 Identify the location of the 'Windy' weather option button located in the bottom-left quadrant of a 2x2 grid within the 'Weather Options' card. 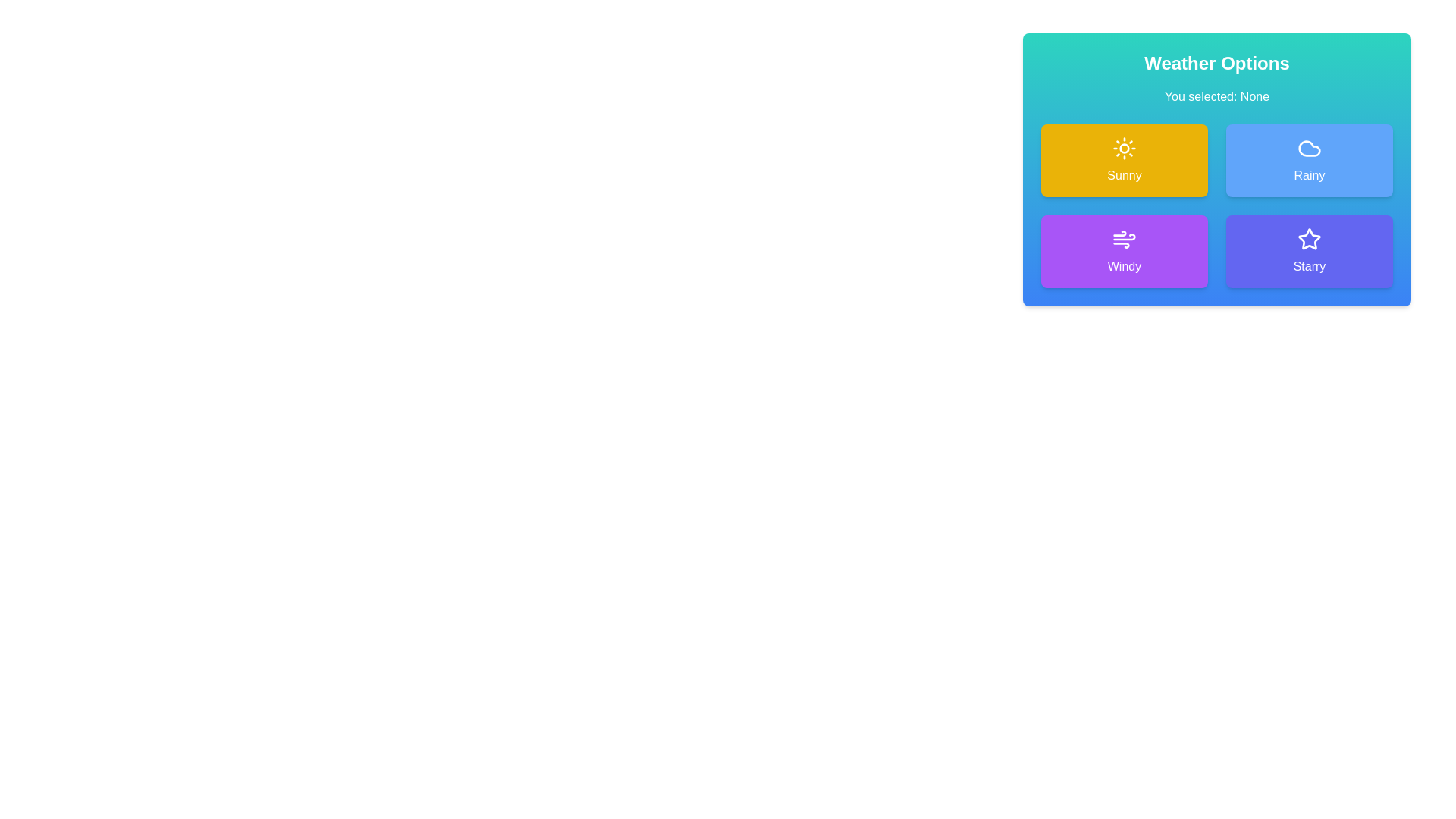
(1125, 250).